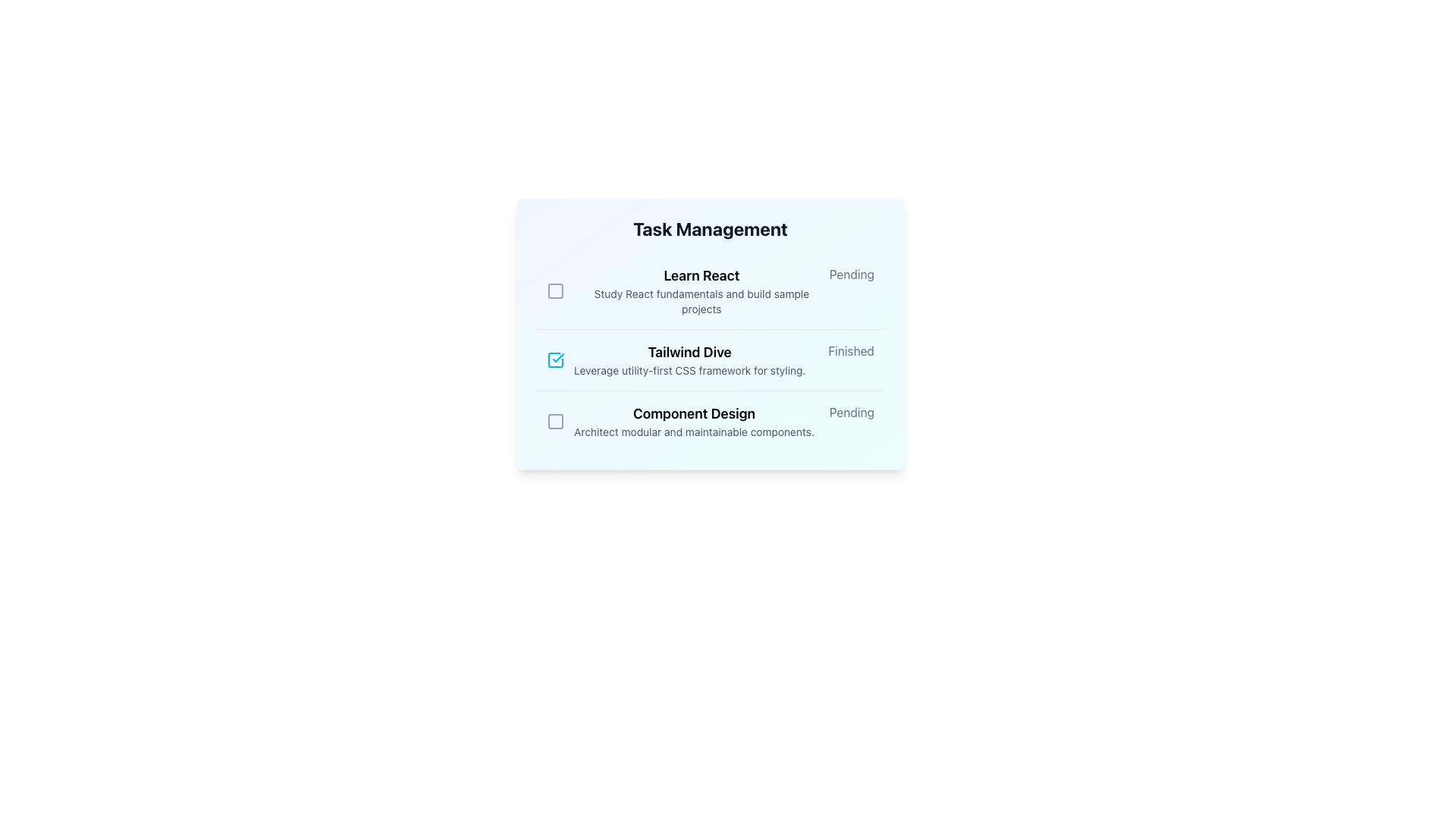  I want to click on the checkbox for the 'Learn React' task to observe any hover effects, so click(554, 291).